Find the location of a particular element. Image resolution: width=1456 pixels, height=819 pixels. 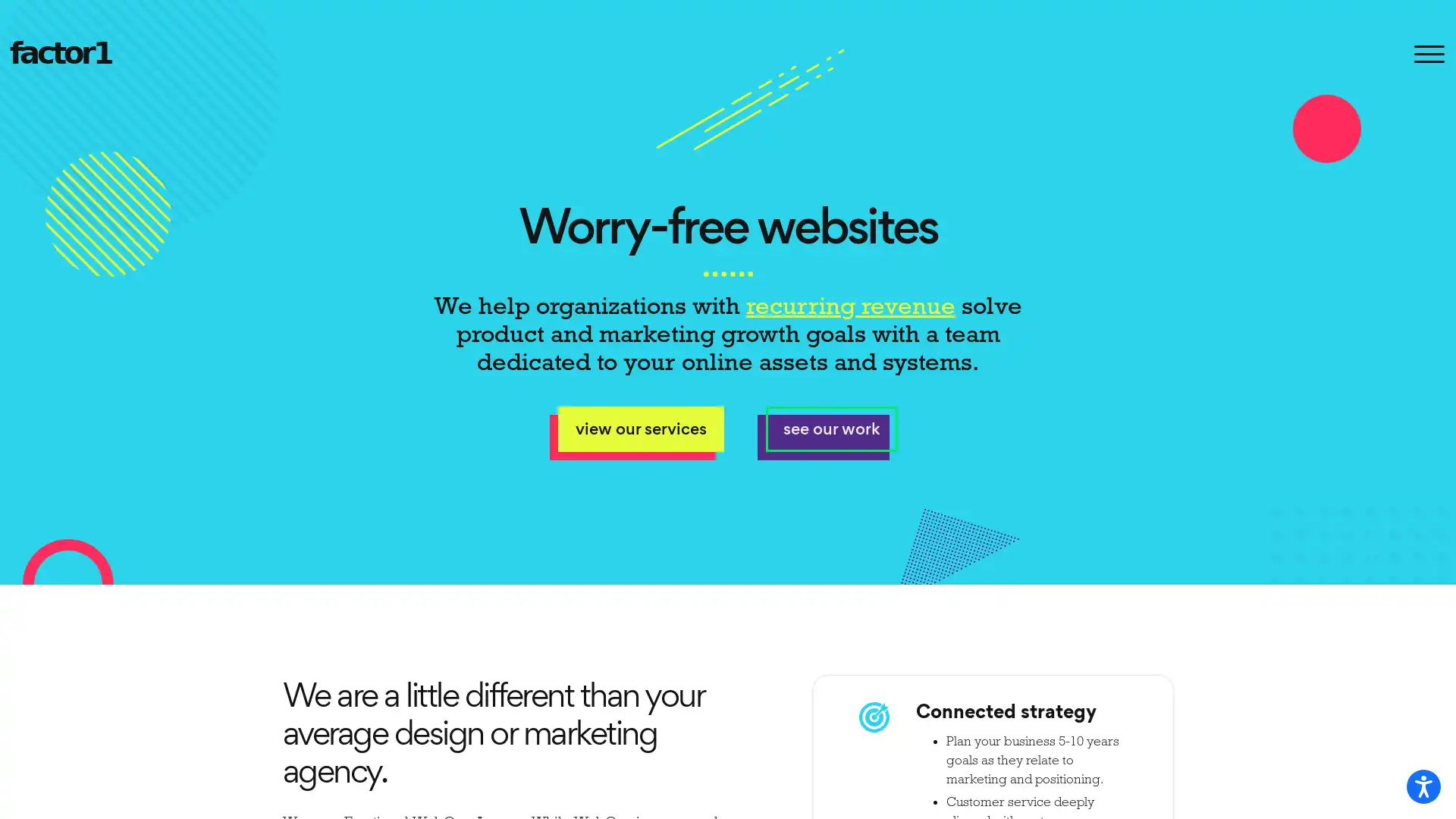

Open accessibility options, statement and help is located at coordinates (1423, 786).